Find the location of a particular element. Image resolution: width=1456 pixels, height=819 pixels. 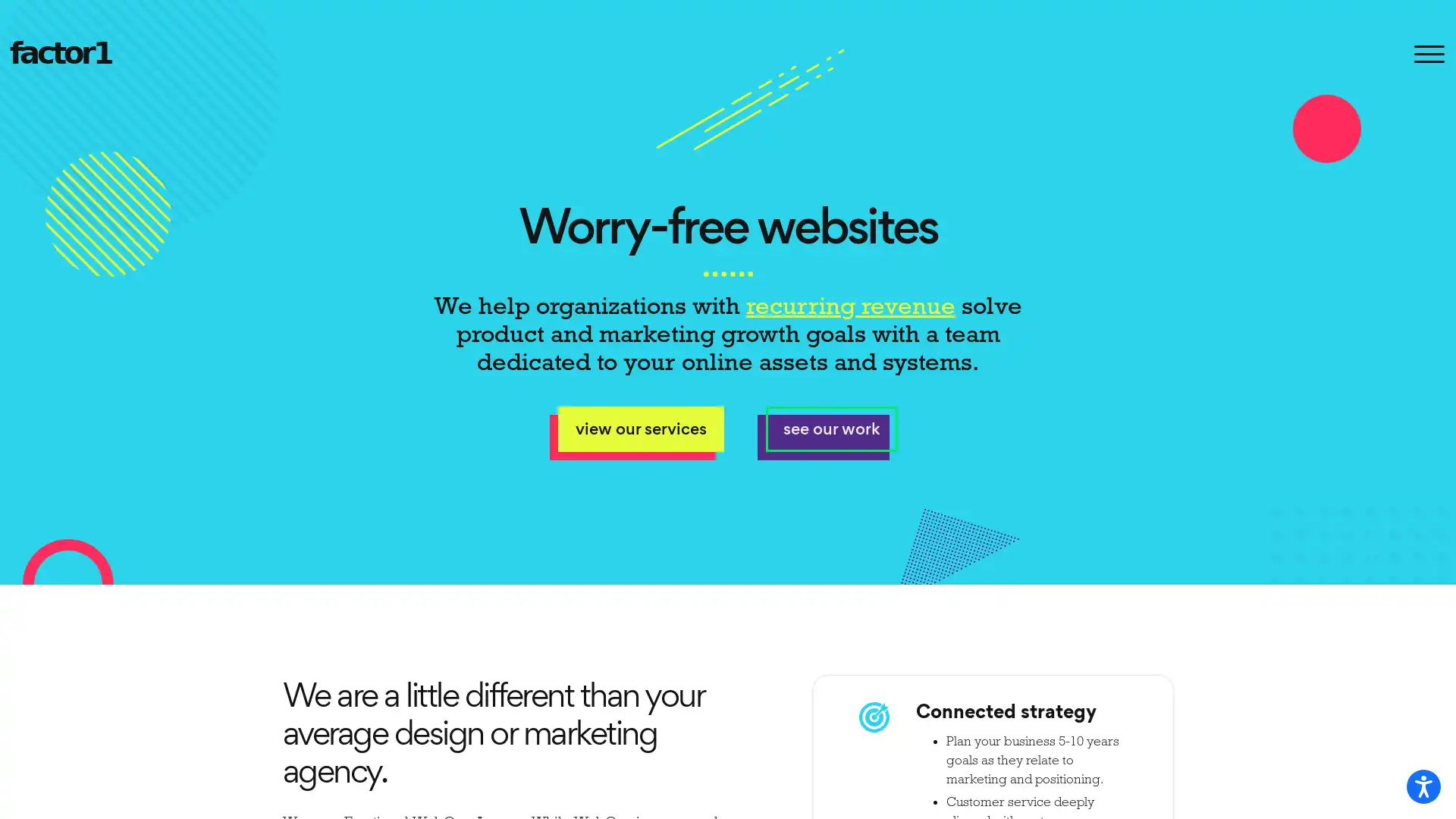

Open accessibility options, statement and help is located at coordinates (1423, 786).